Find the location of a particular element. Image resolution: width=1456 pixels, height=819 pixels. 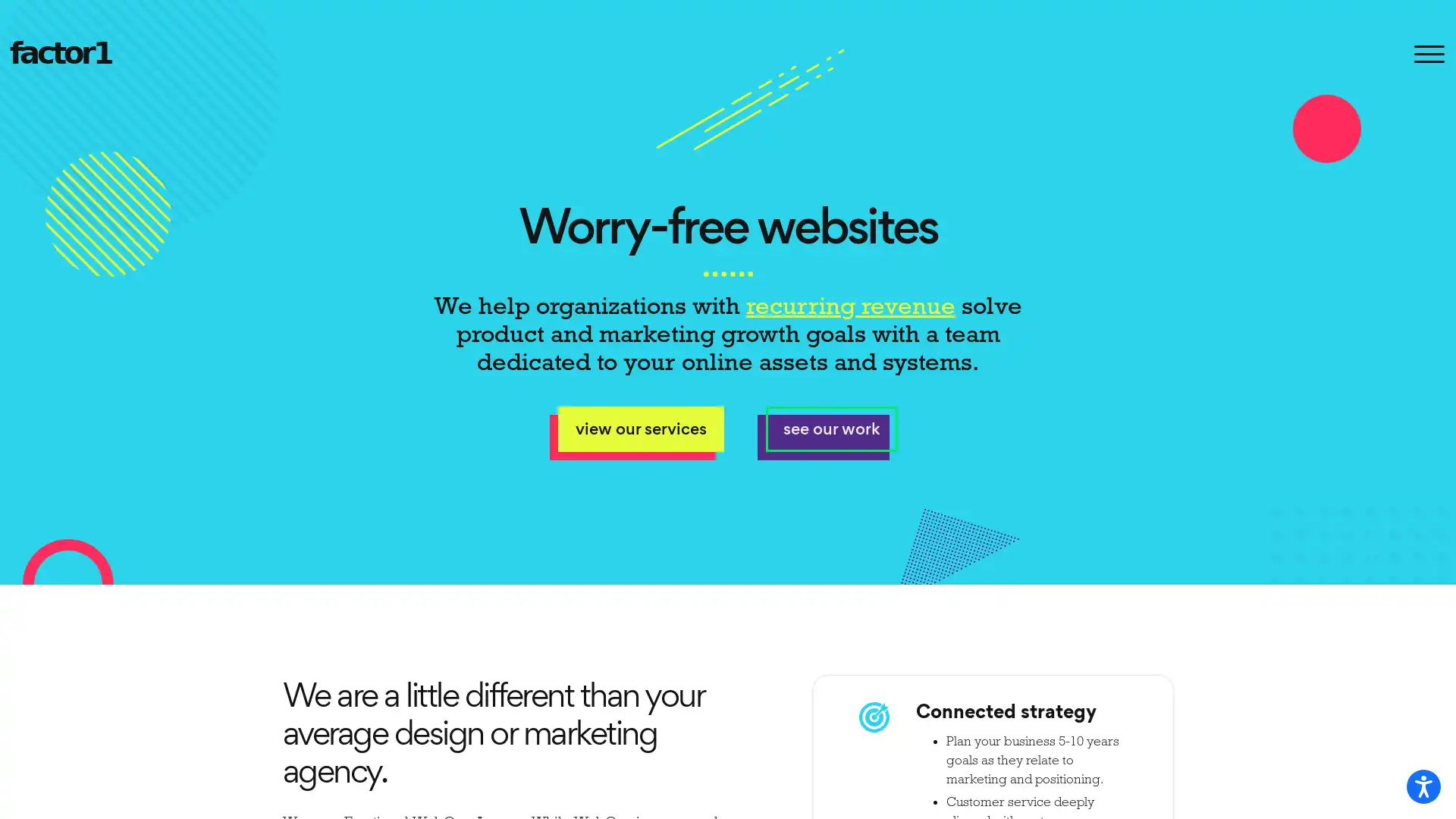

Open accessibility options, statement and help is located at coordinates (1423, 786).